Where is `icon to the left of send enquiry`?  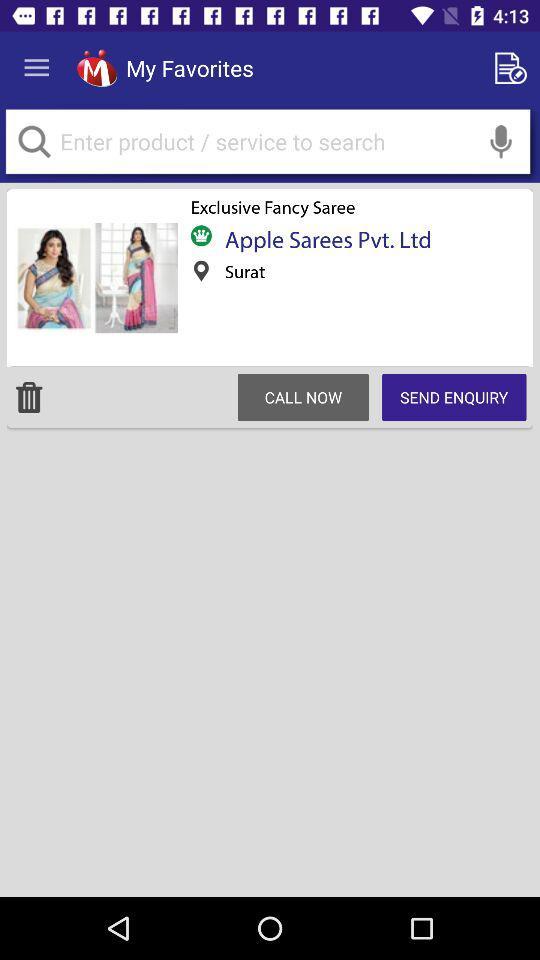 icon to the left of send enquiry is located at coordinates (302, 396).